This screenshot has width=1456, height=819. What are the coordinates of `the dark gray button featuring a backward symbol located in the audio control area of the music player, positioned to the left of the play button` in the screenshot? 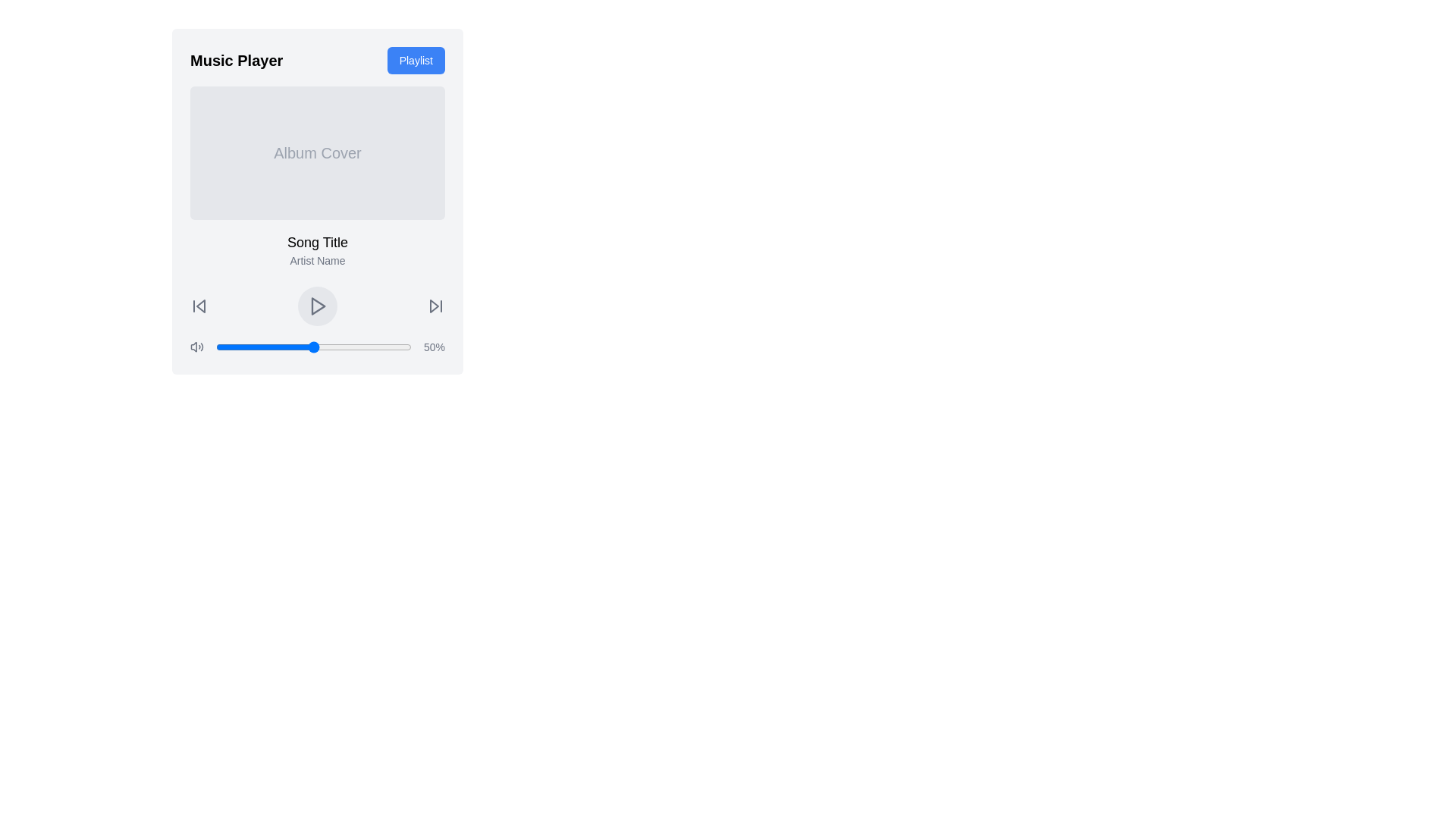 It's located at (199, 306).